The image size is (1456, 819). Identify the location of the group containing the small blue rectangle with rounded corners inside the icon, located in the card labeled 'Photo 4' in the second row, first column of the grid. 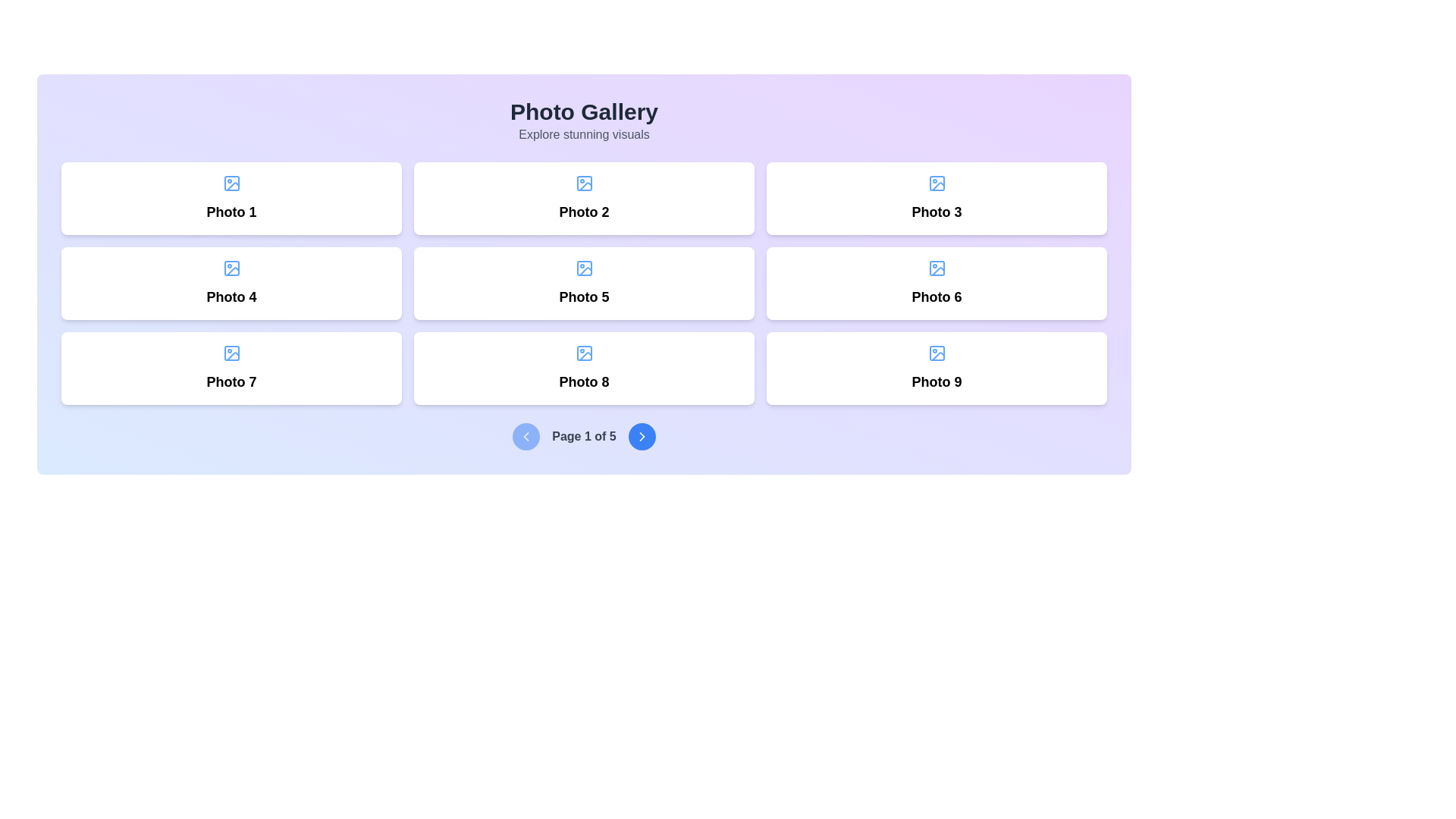
(231, 268).